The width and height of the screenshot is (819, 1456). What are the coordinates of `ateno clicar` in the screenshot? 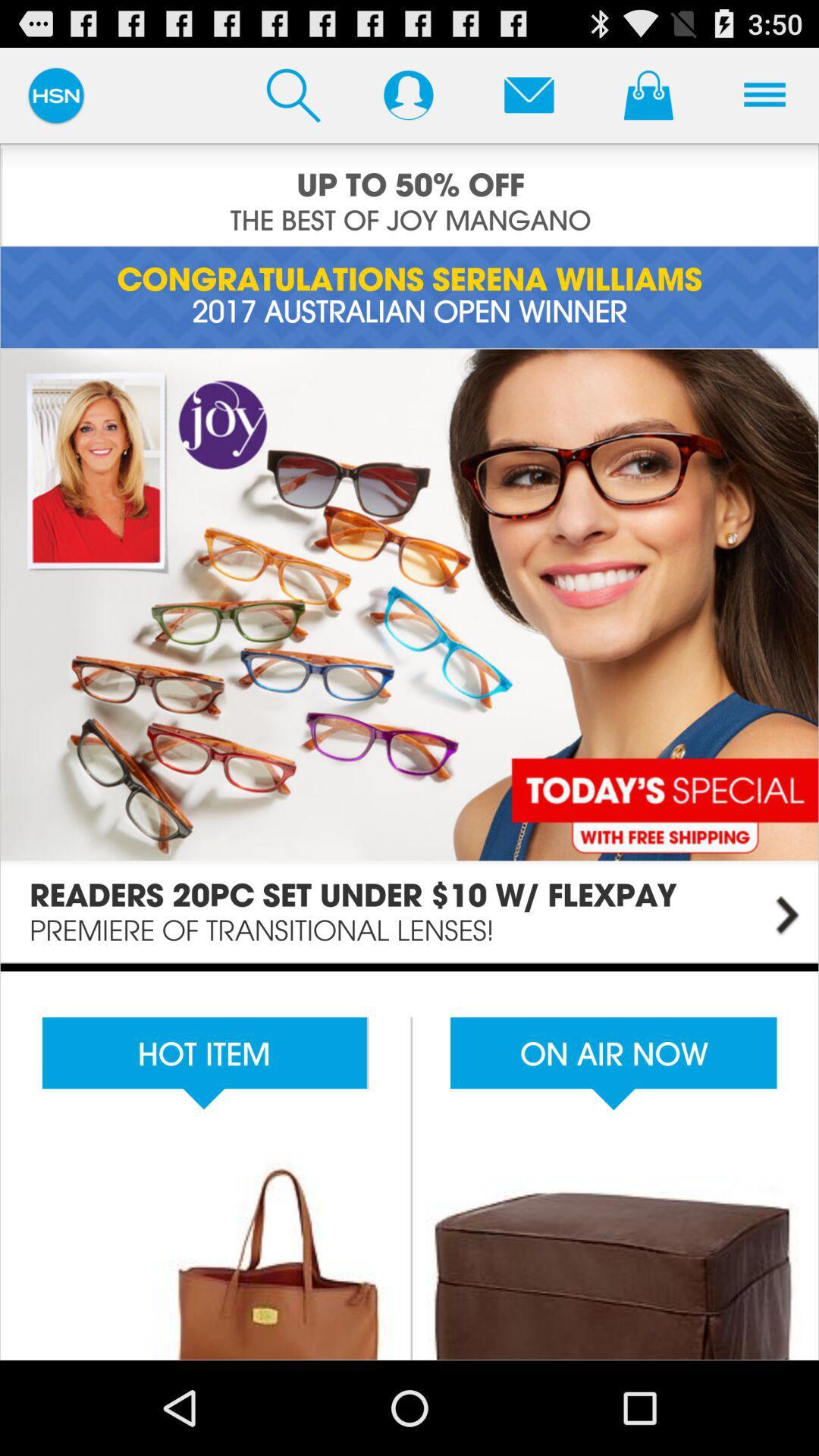 It's located at (528, 94).